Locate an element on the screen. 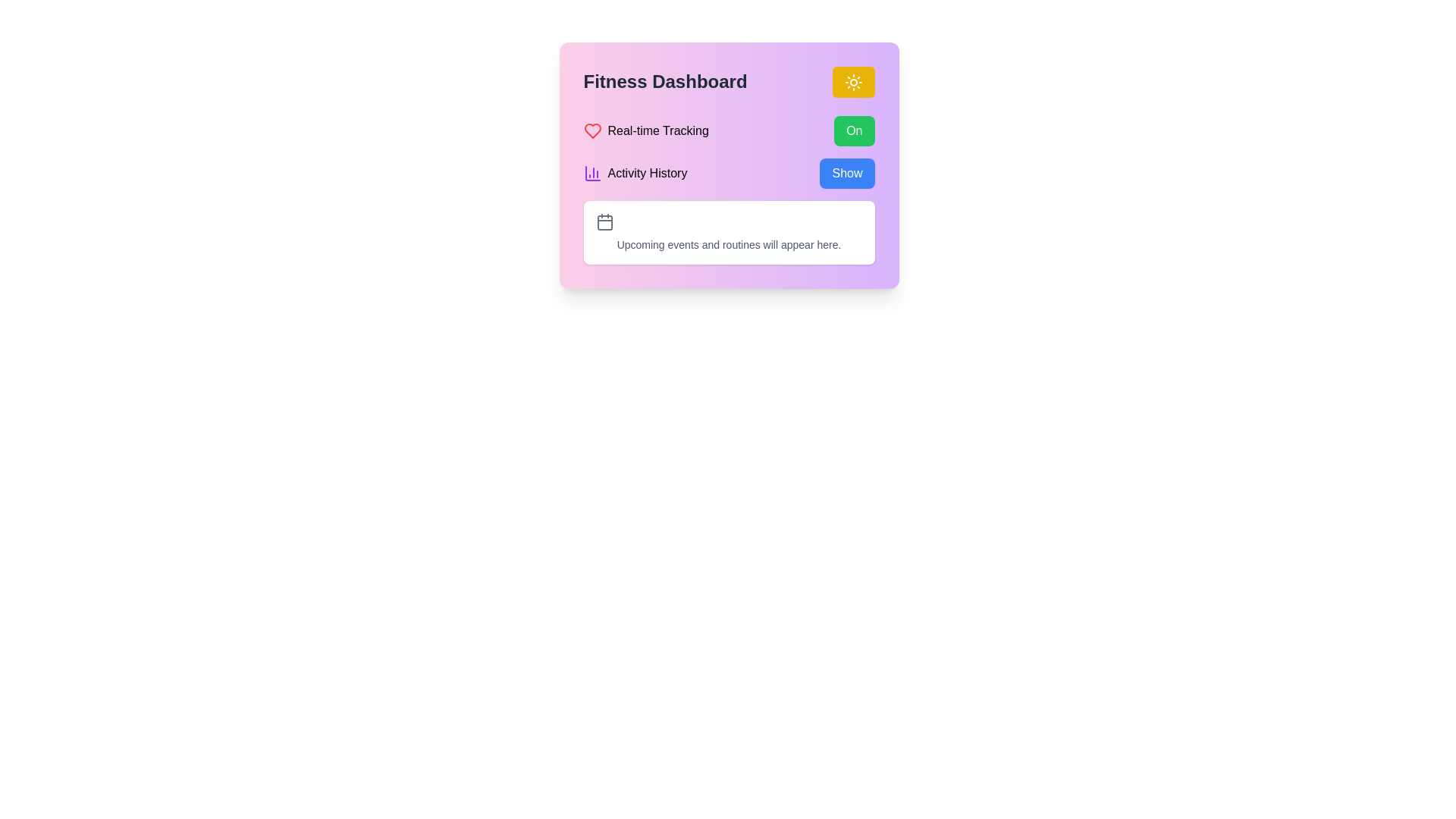  the text and icon combination that serves as a header or title for the activity history section, positioned above the 'Show' button in the horizontal layout is located at coordinates (635, 172).